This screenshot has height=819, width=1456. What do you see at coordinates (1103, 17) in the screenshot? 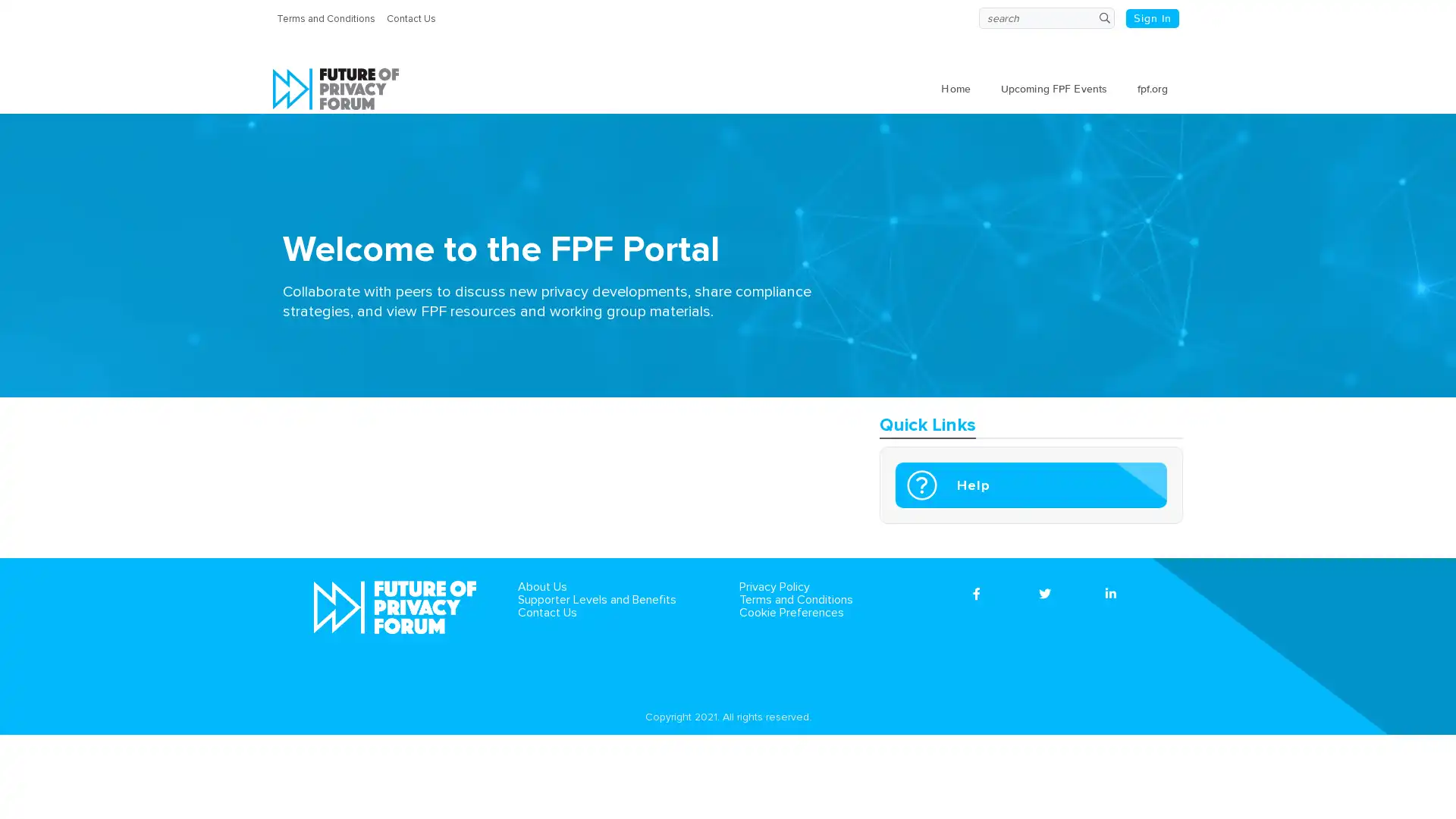
I see `search` at bounding box center [1103, 17].